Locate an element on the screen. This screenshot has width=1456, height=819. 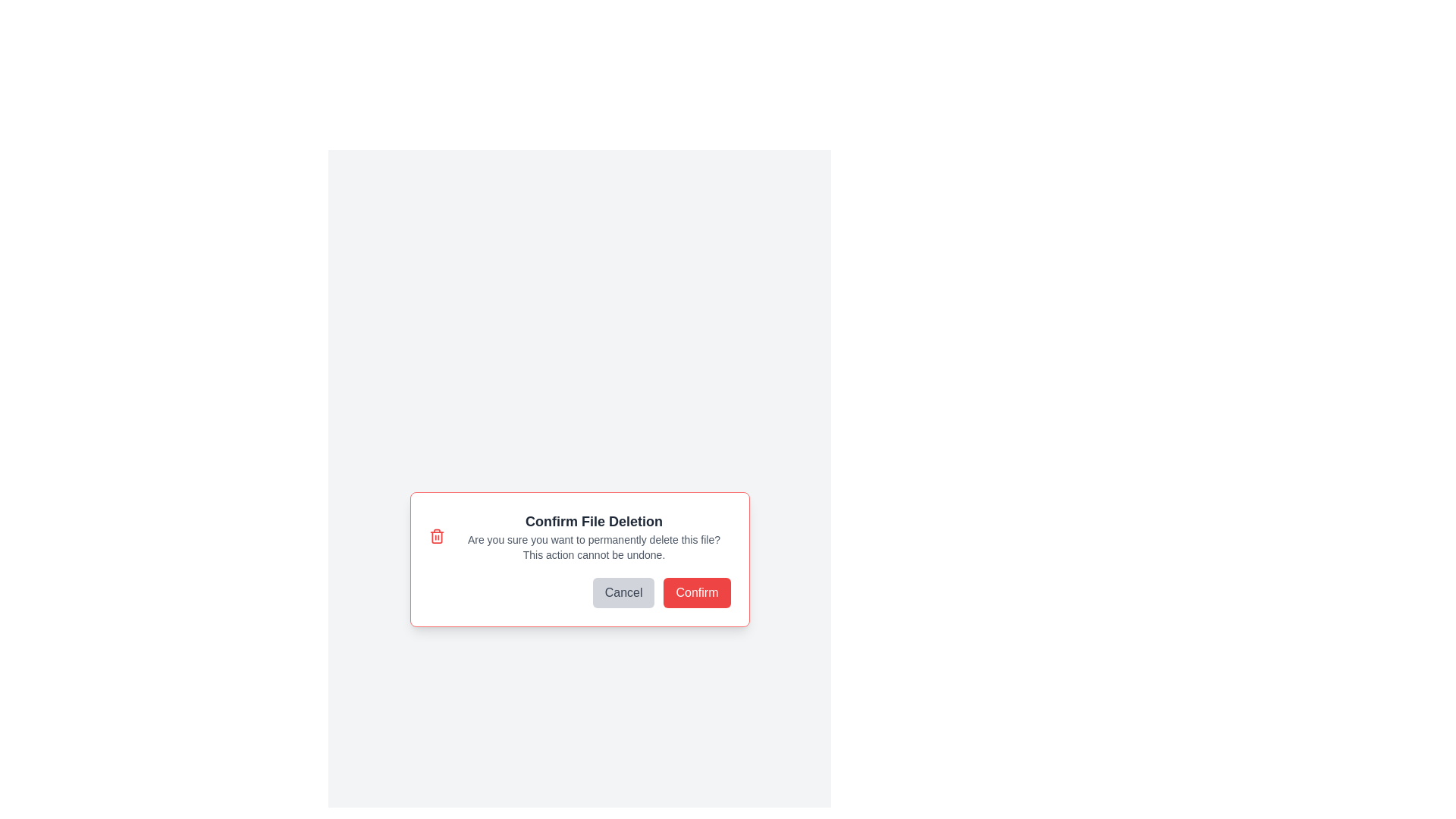
the 'Confirm' button, which is a red rectangular button with rounded corners and white text is located at coordinates (696, 592).